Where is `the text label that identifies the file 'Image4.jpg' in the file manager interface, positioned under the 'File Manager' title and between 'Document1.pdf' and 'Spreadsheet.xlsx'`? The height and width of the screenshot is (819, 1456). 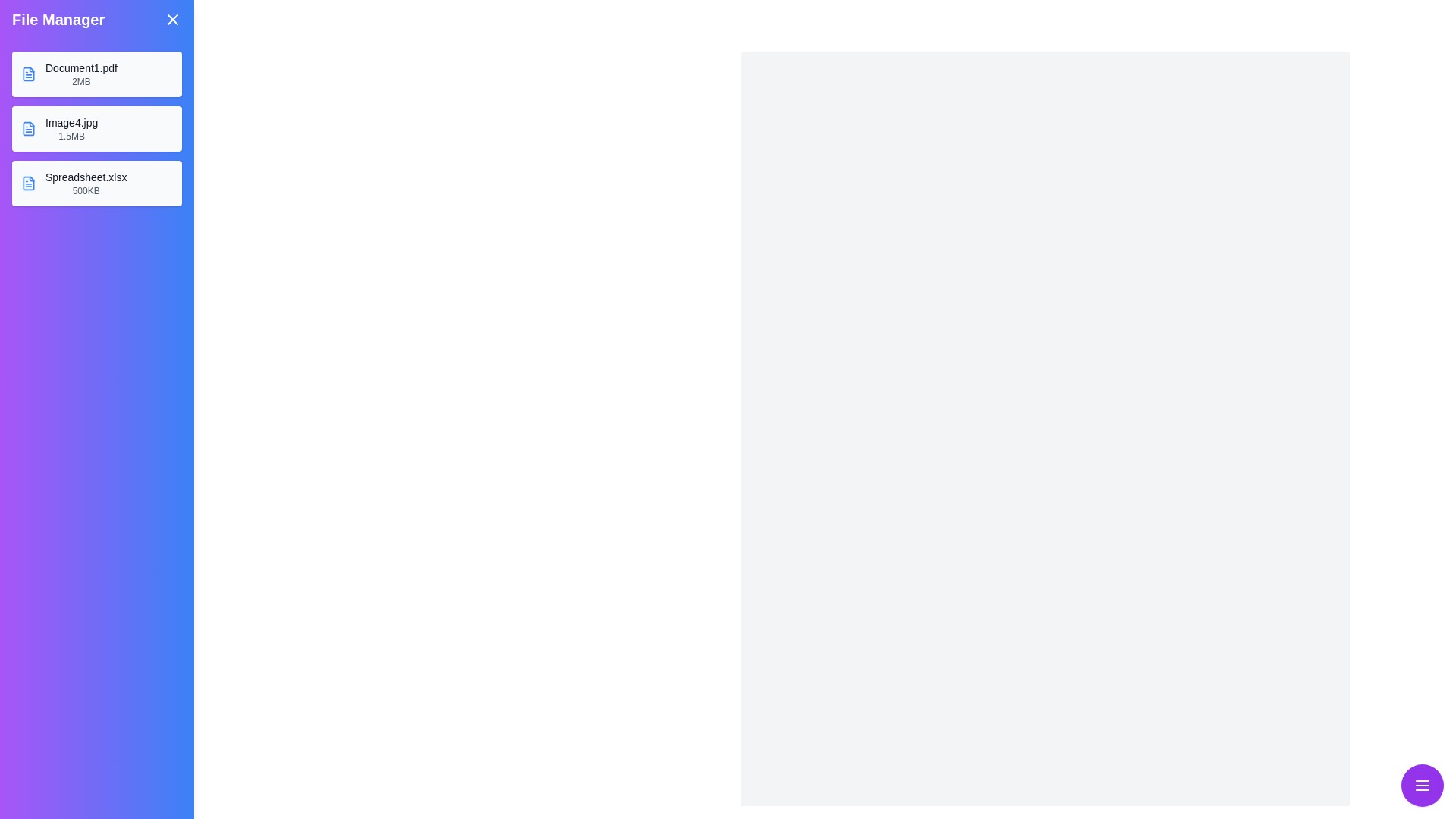 the text label that identifies the file 'Image4.jpg' in the file manager interface, positioned under the 'File Manager' title and between 'Document1.pdf' and 'Spreadsheet.xlsx' is located at coordinates (71, 122).